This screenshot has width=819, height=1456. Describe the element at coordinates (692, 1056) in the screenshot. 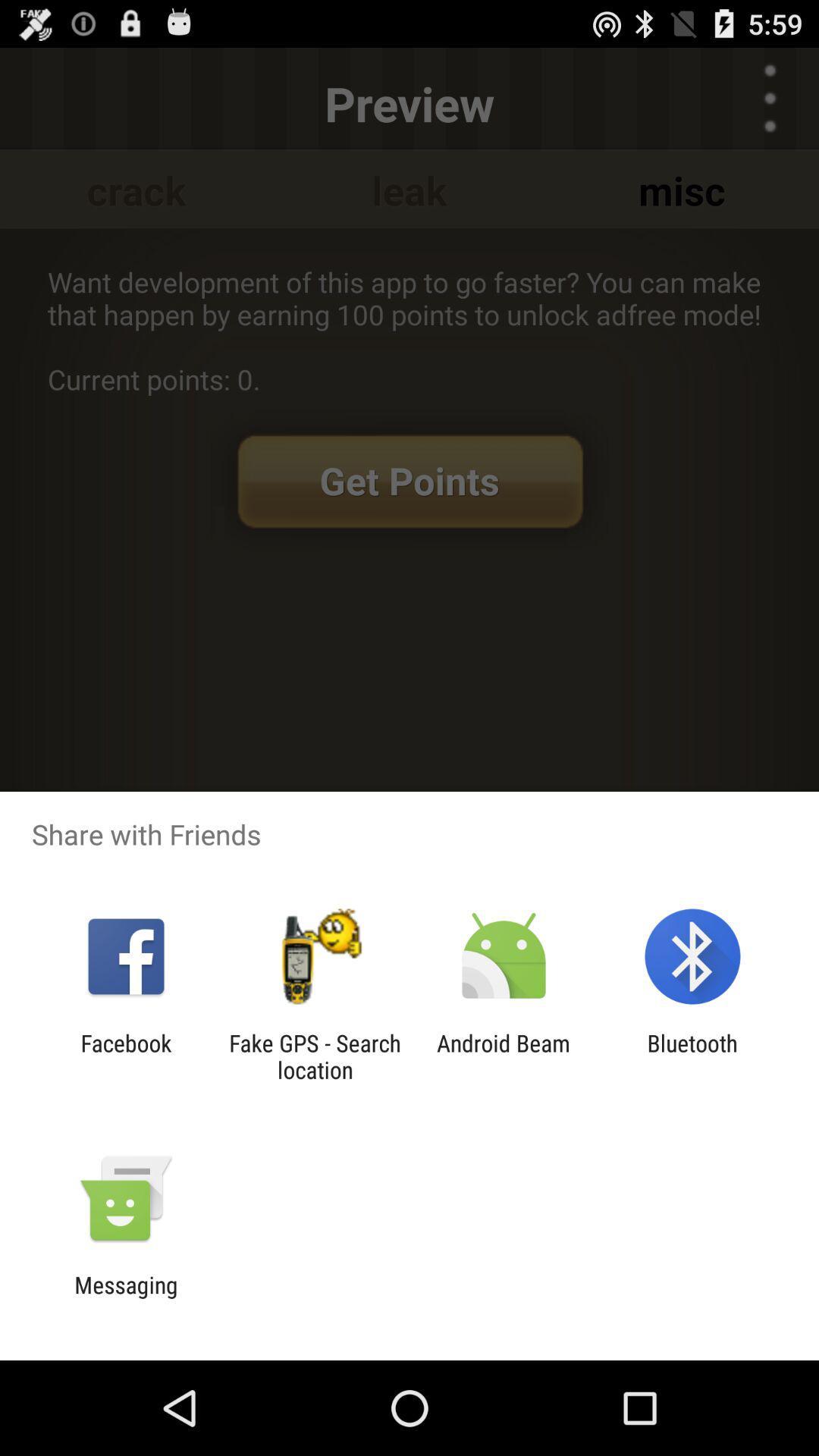

I see `the icon next to android beam app` at that location.